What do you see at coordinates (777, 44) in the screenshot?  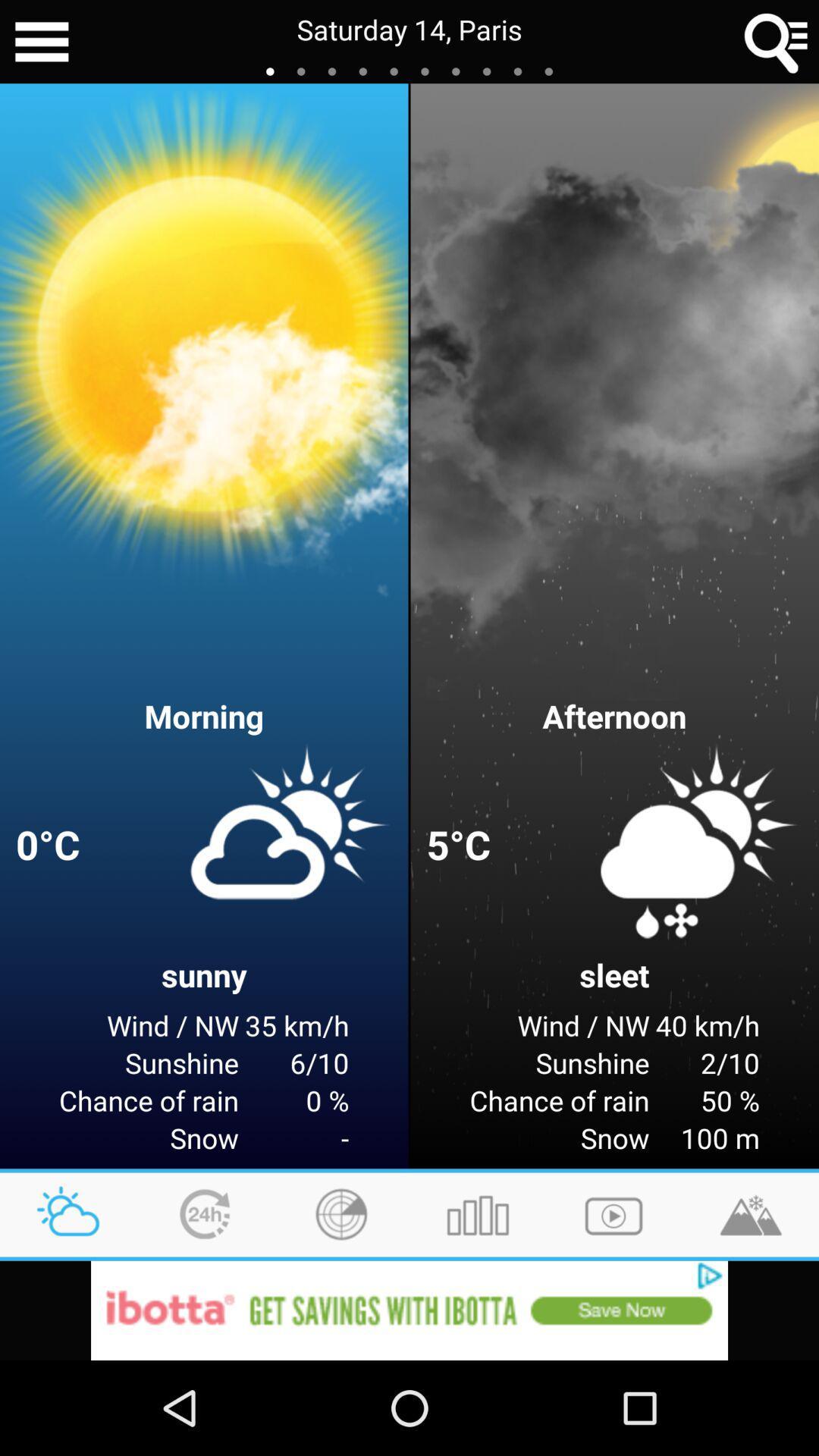 I see `the search icon` at bounding box center [777, 44].